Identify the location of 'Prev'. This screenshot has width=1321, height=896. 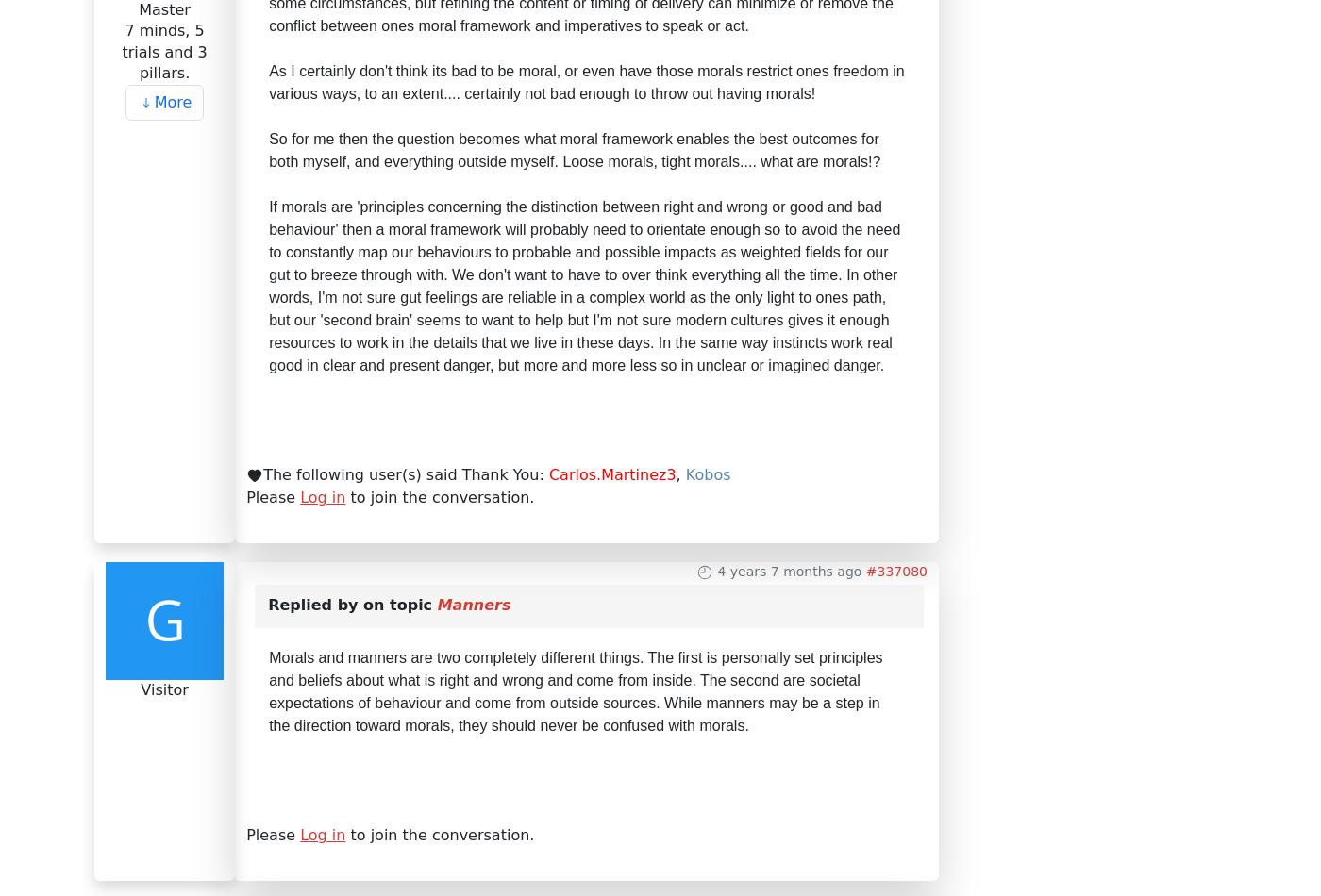
(183, 312).